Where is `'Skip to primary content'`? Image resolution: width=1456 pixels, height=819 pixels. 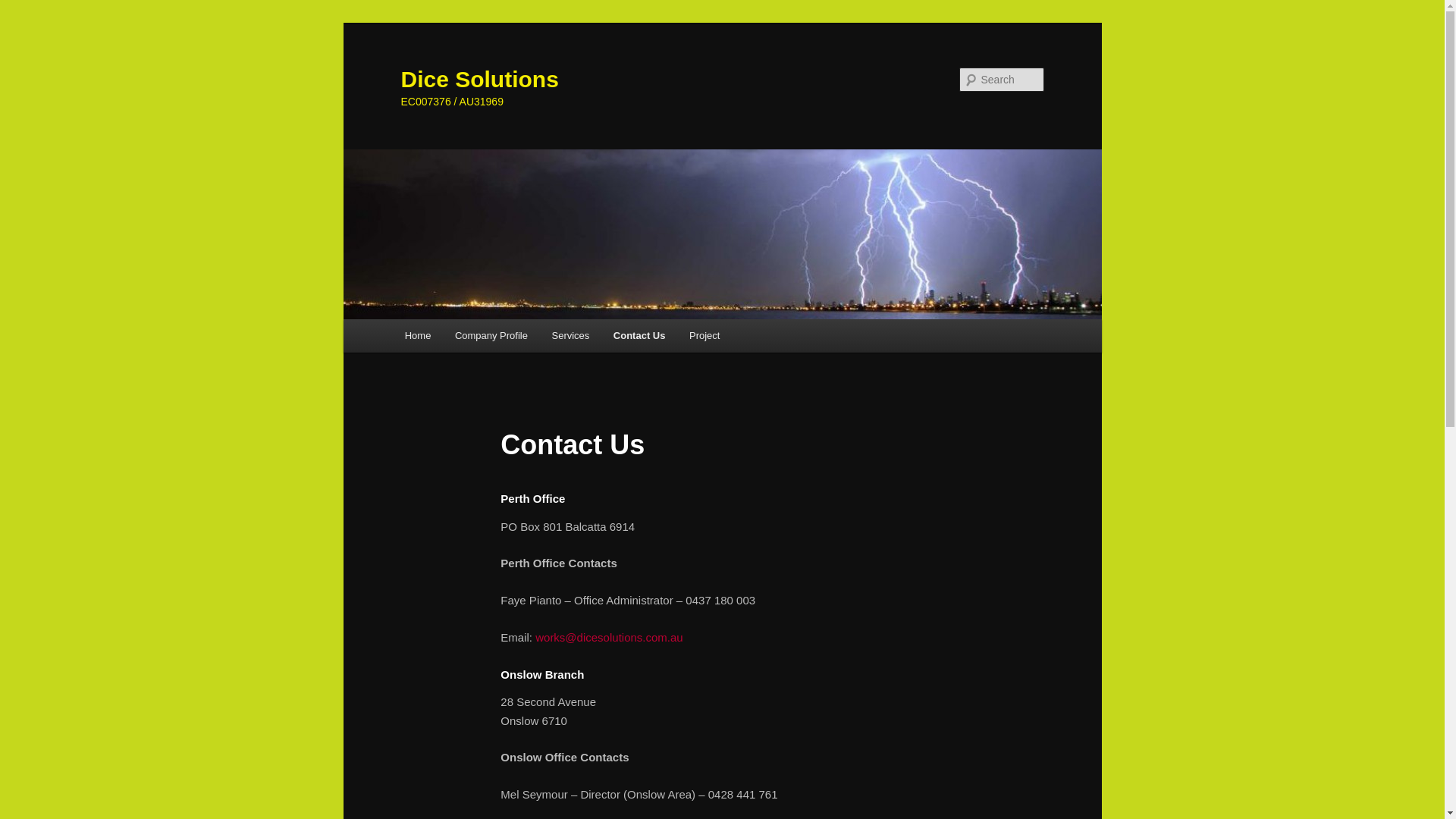 'Skip to primary content' is located at coordinates (23, 23).